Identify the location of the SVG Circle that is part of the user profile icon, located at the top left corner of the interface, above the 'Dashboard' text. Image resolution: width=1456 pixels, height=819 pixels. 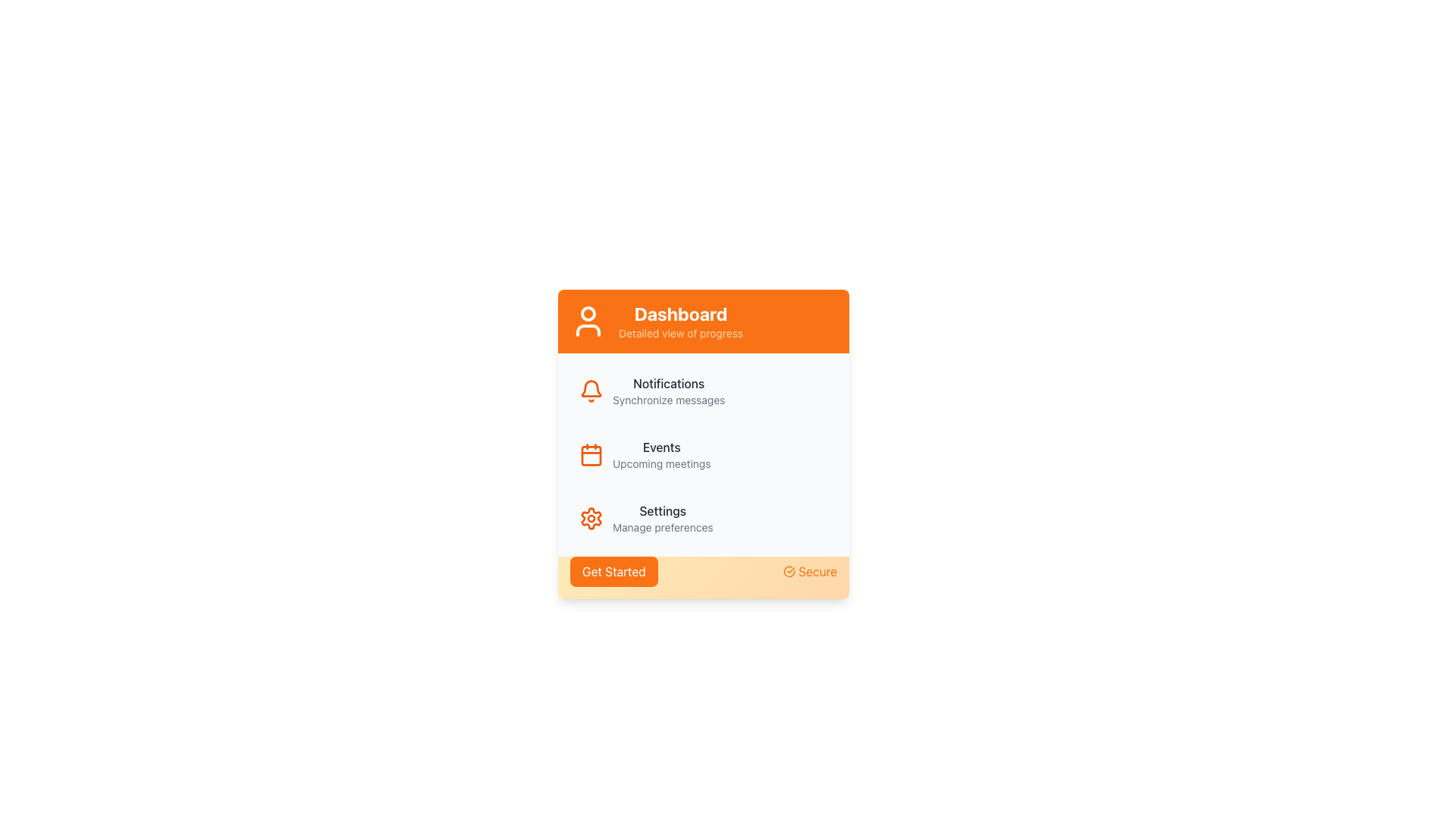
(588, 312).